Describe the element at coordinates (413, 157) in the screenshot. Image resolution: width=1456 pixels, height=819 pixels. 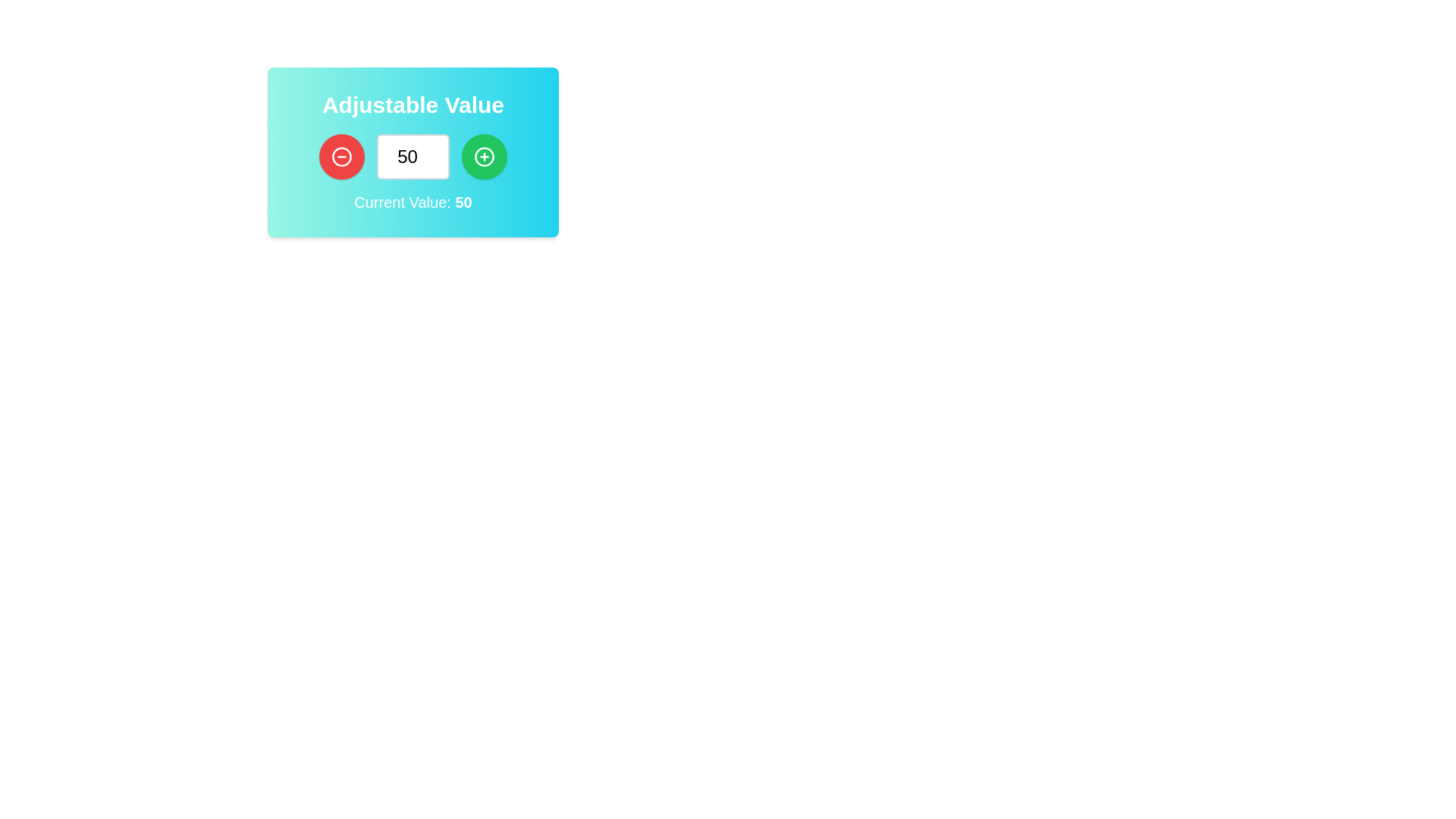
I see `the numerical input field displaying the value '50' to focus on it` at that location.